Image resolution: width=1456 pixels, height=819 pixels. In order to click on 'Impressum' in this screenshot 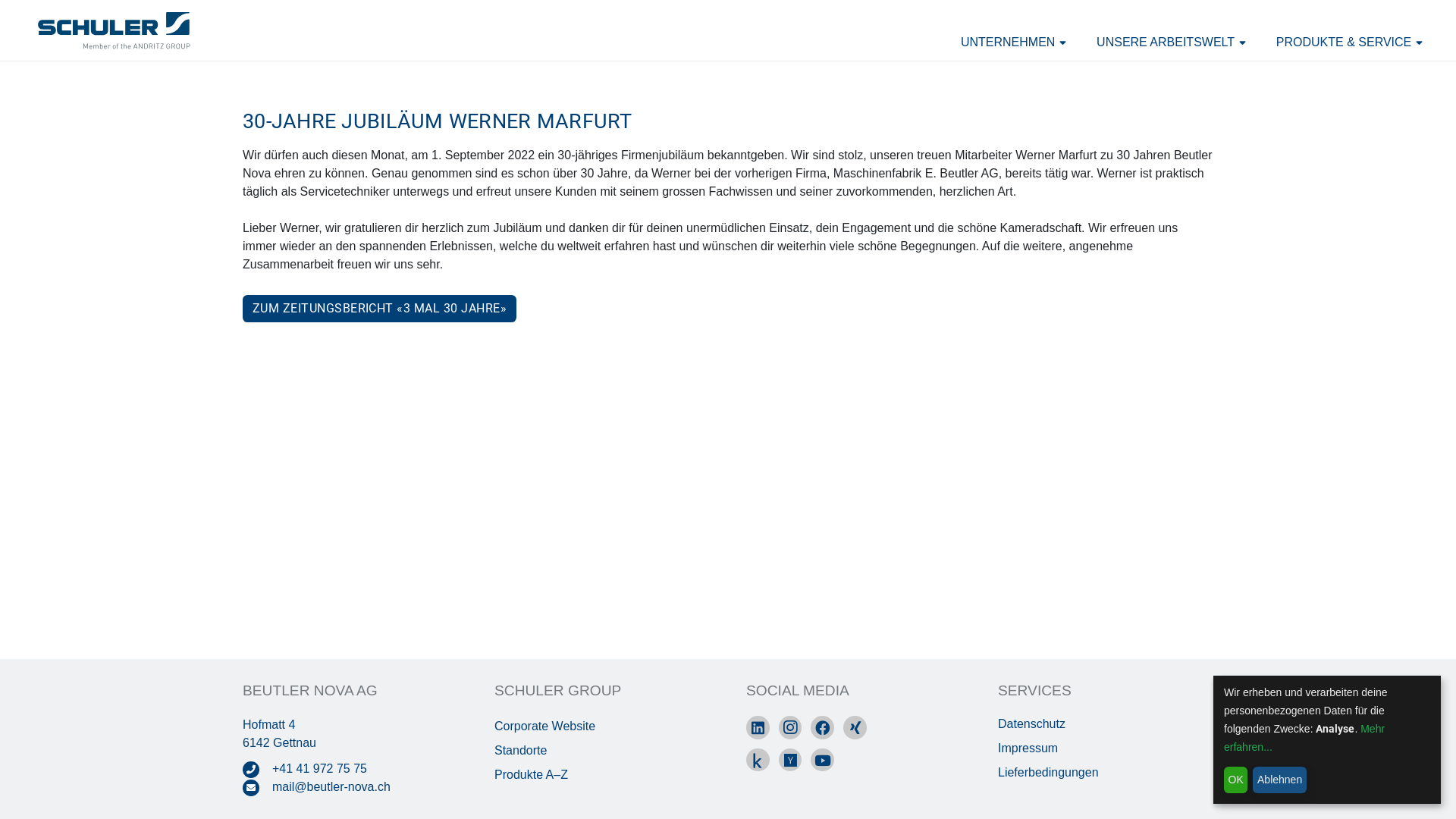, I will do `click(1028, 747)`.